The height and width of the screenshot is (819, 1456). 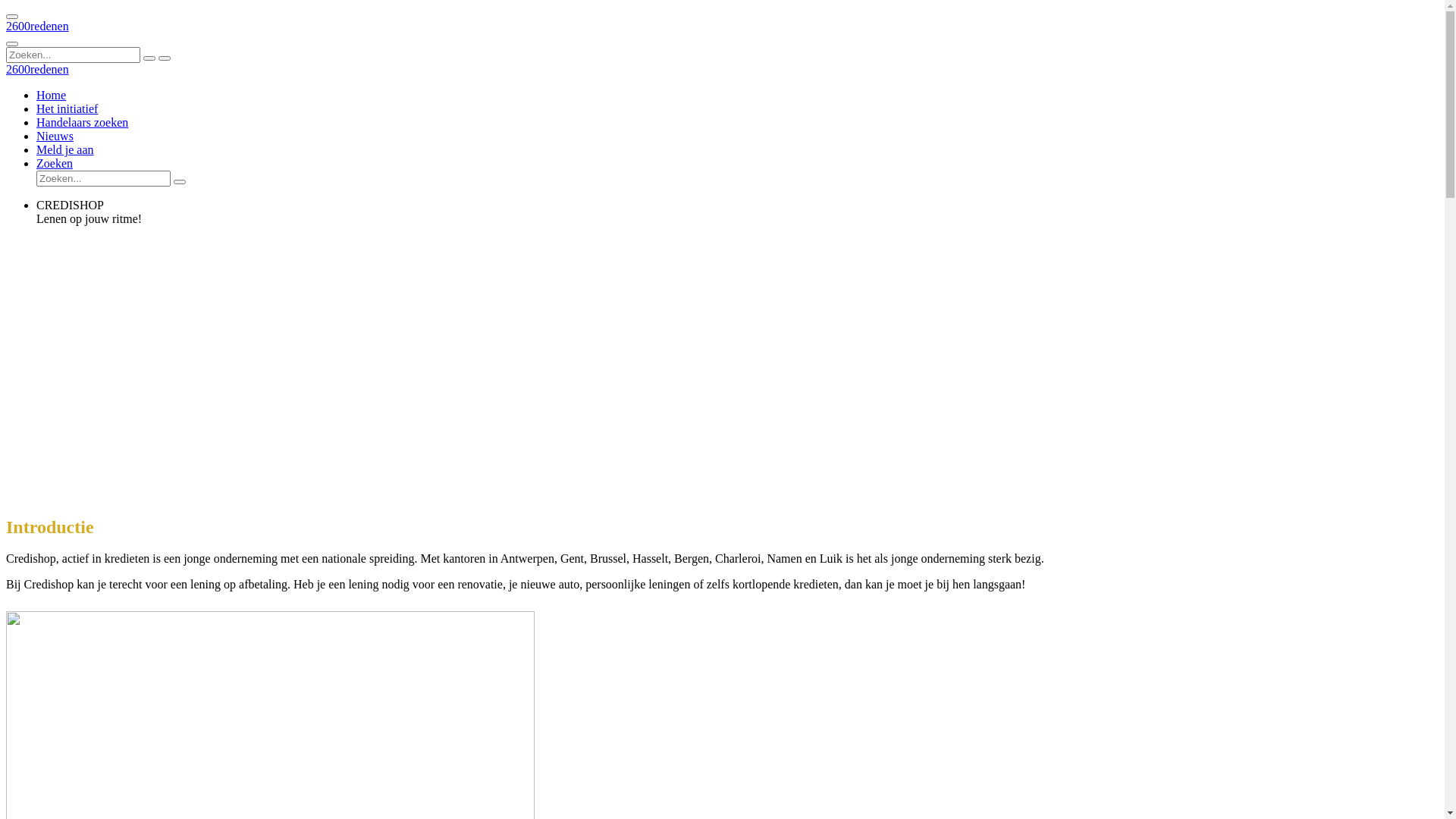 What do you see at coordinates (55, 163) in the screenshot?
I see `'Zoeken'` at bounding box center [55, 163].